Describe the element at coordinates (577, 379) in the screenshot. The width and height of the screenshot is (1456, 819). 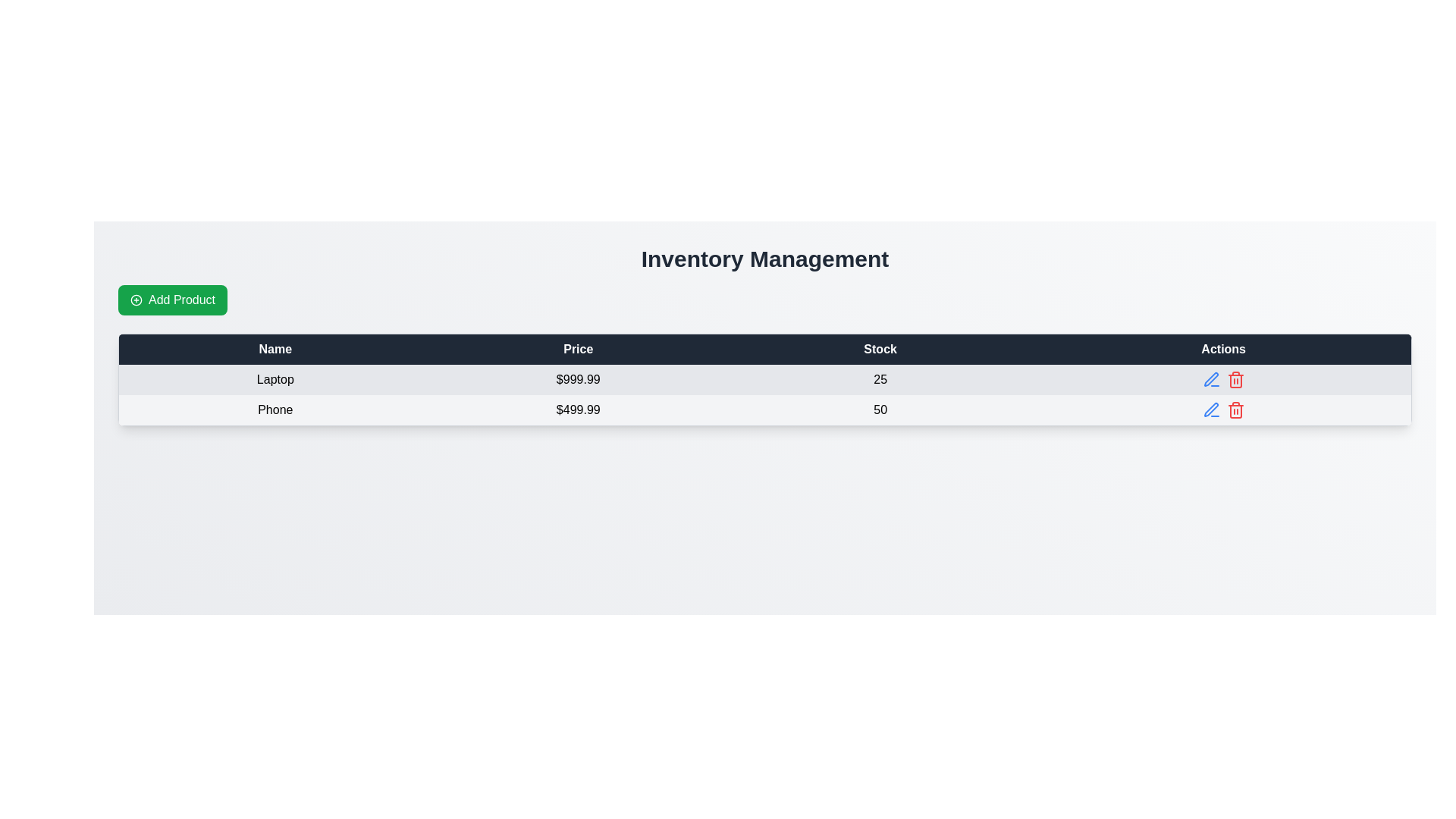
I see `the price display of '$999.99' in the 'Price' column of the 'Inventory Management' table` at that location.